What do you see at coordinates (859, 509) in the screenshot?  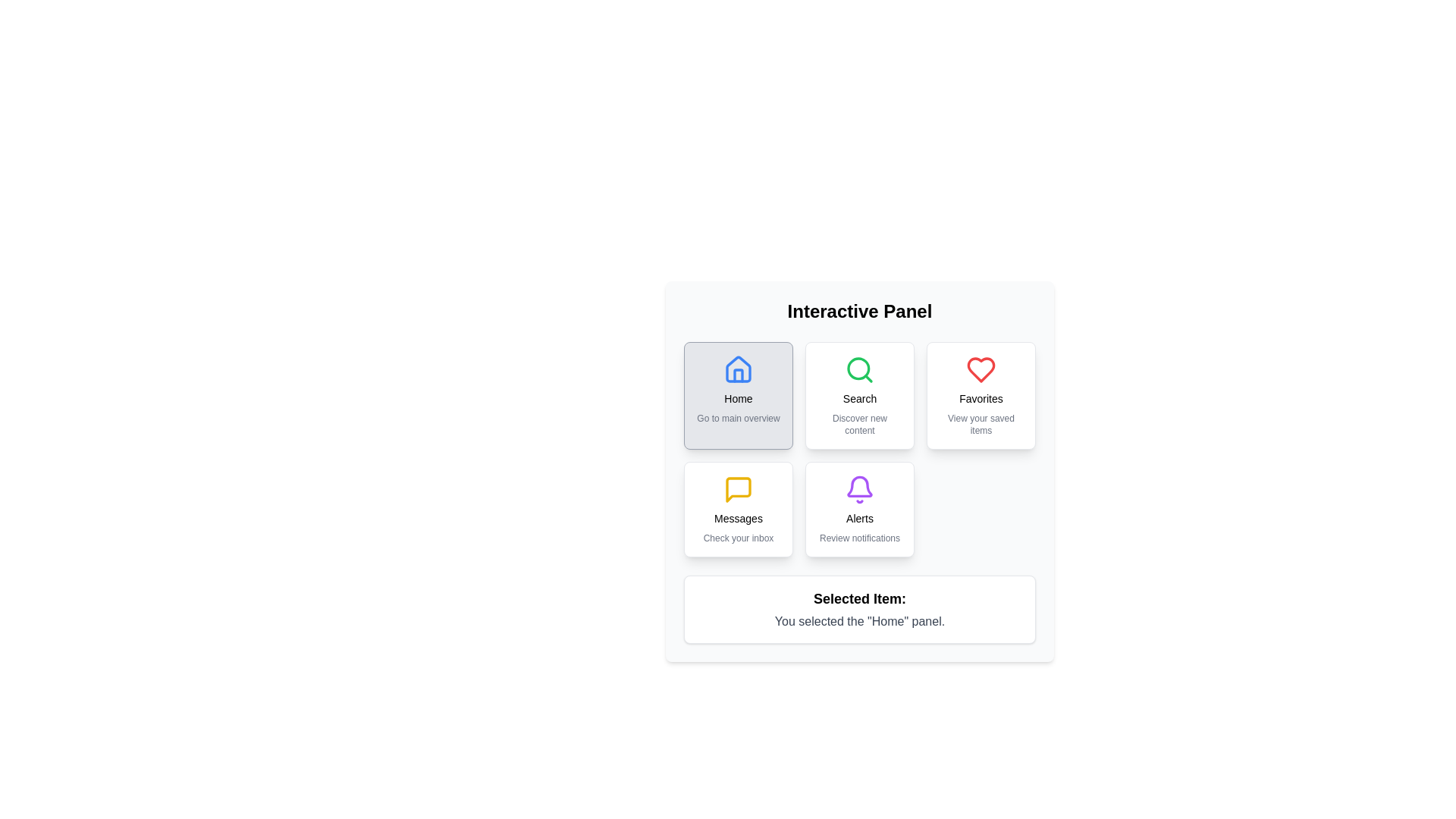 I see `the fifth card in the grid, which has a white background, rounded corners, a purple bell icon at the top, and the text 'Alerts' to trigger hover effects` at bounding box center [859, 509].